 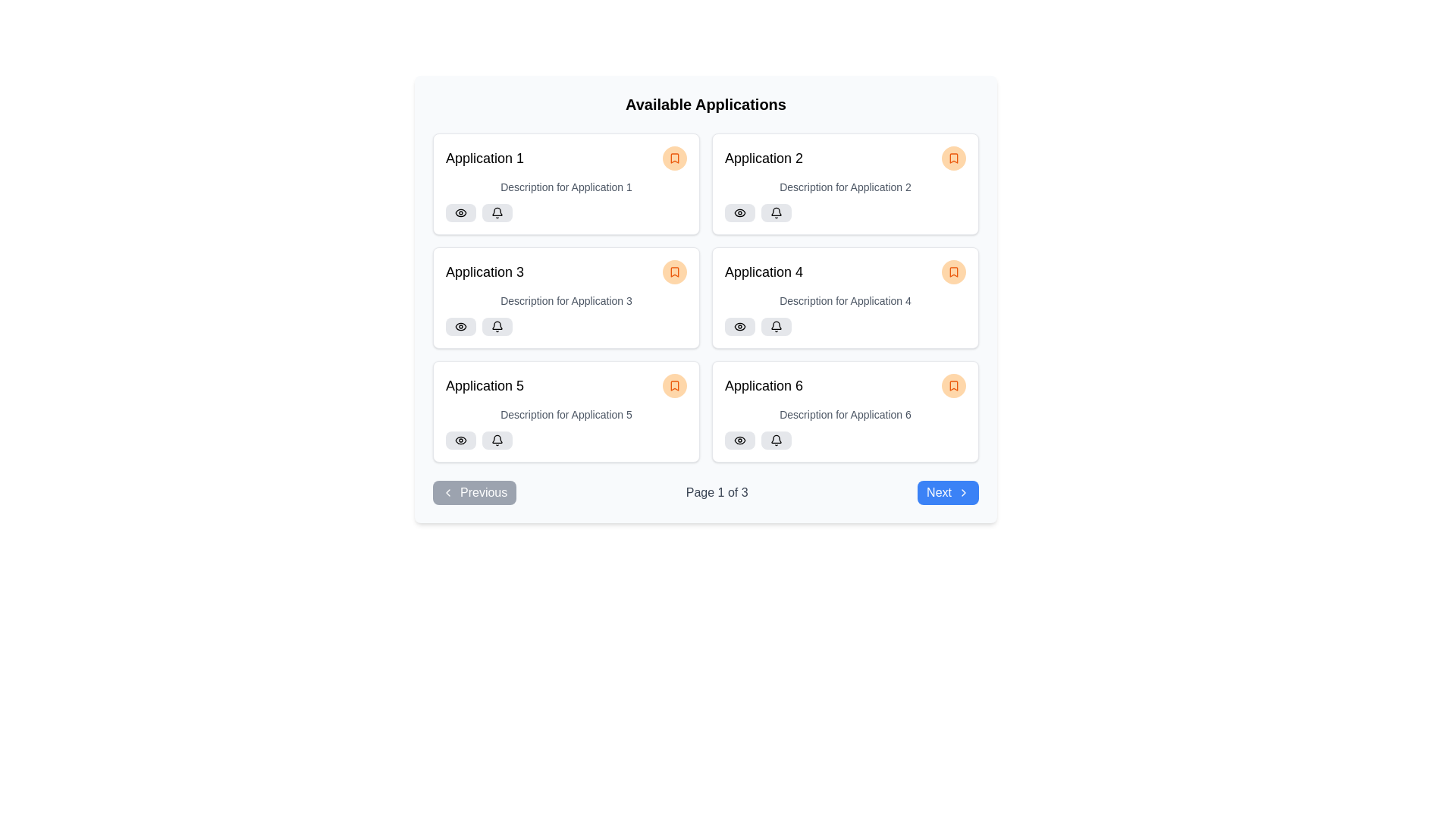 I want to click on the upper outer outline of the eye icon representing visibility in the control area for the 'Application 5' card located in the second row, leftmost column of the interface grid, so click(x=460, y=441).